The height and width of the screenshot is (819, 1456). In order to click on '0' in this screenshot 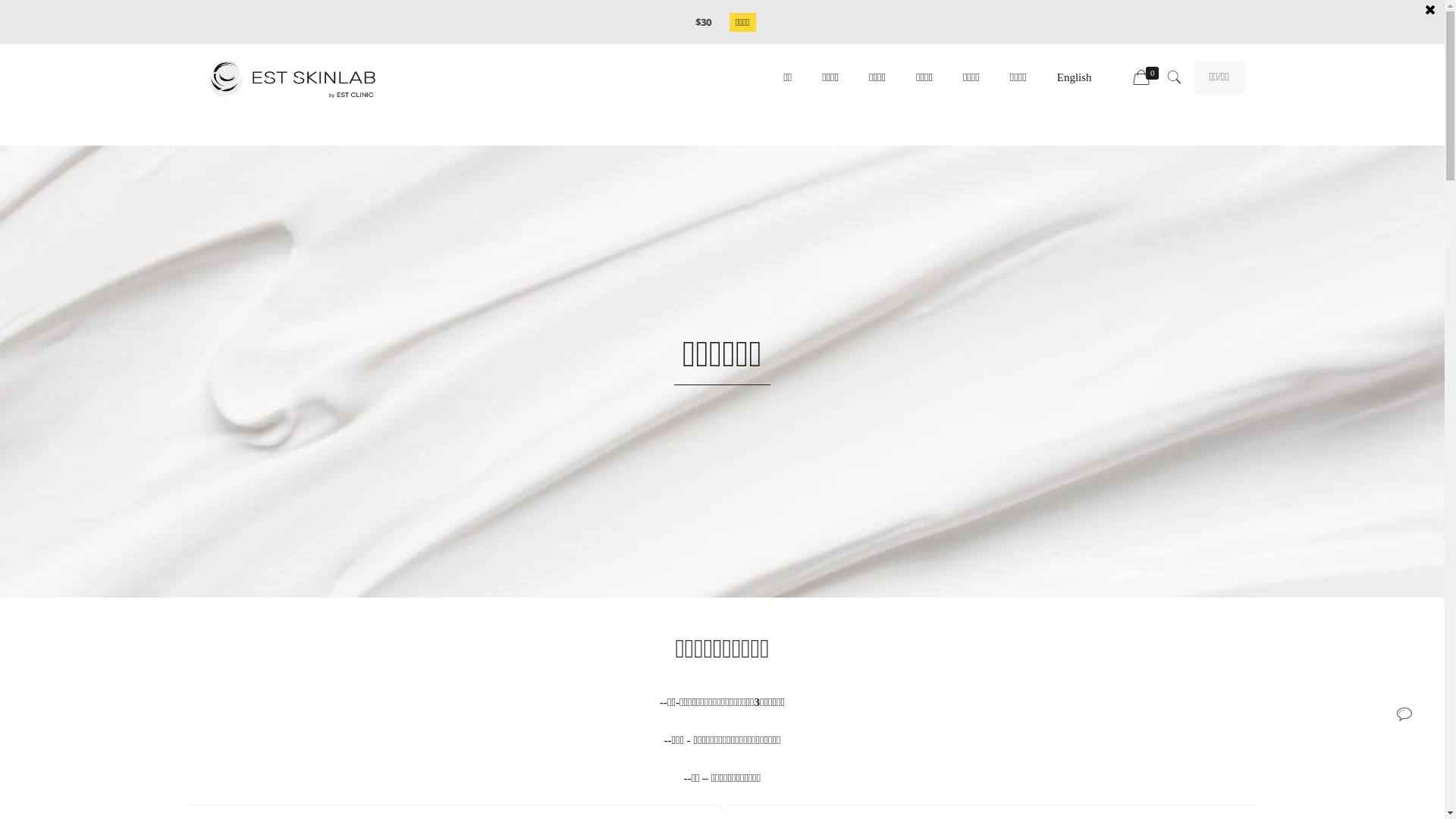, I will do `click(1147, 78)`.